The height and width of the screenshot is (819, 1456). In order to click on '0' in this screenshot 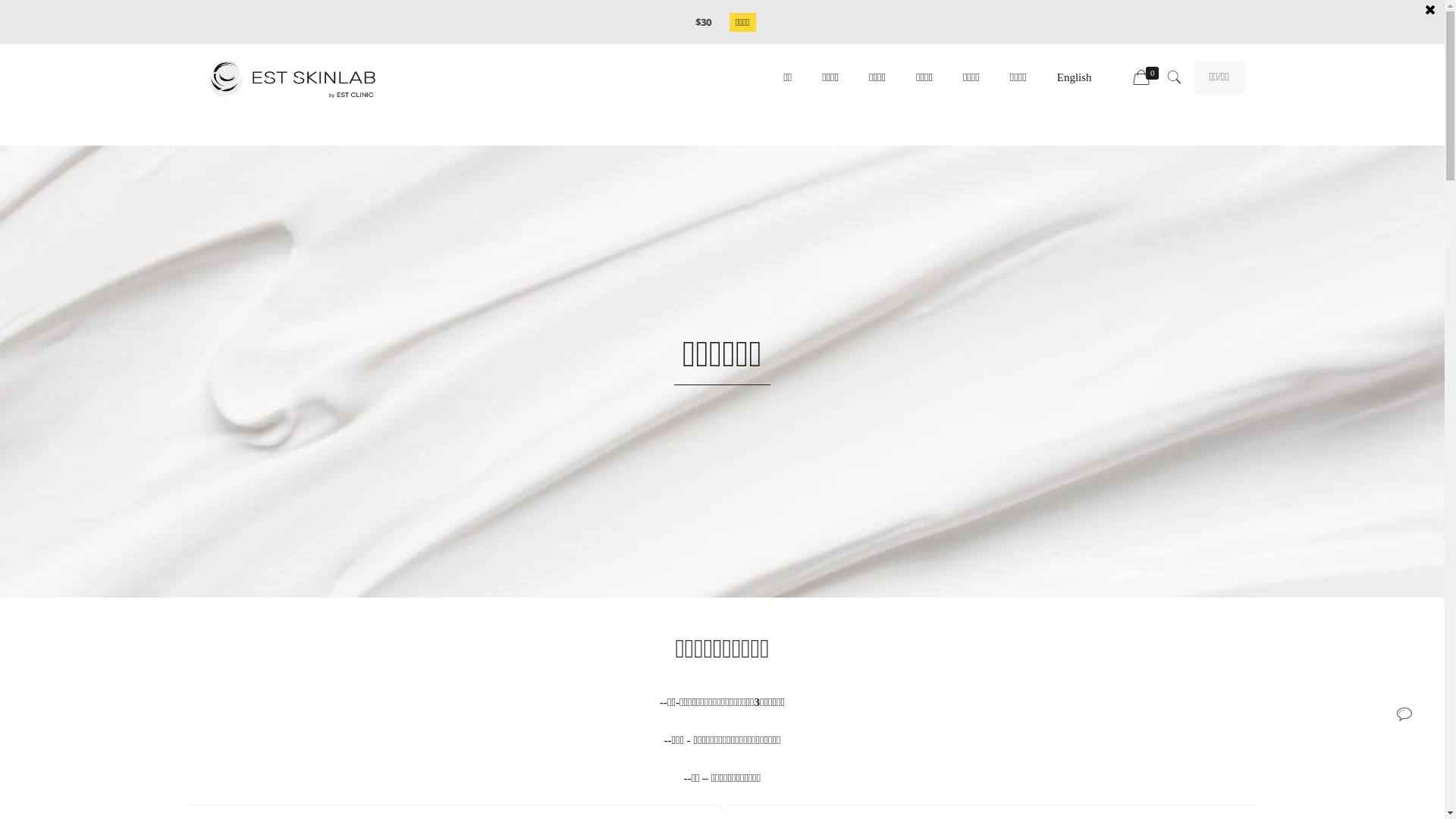, I will do `click(1147, 78)`.